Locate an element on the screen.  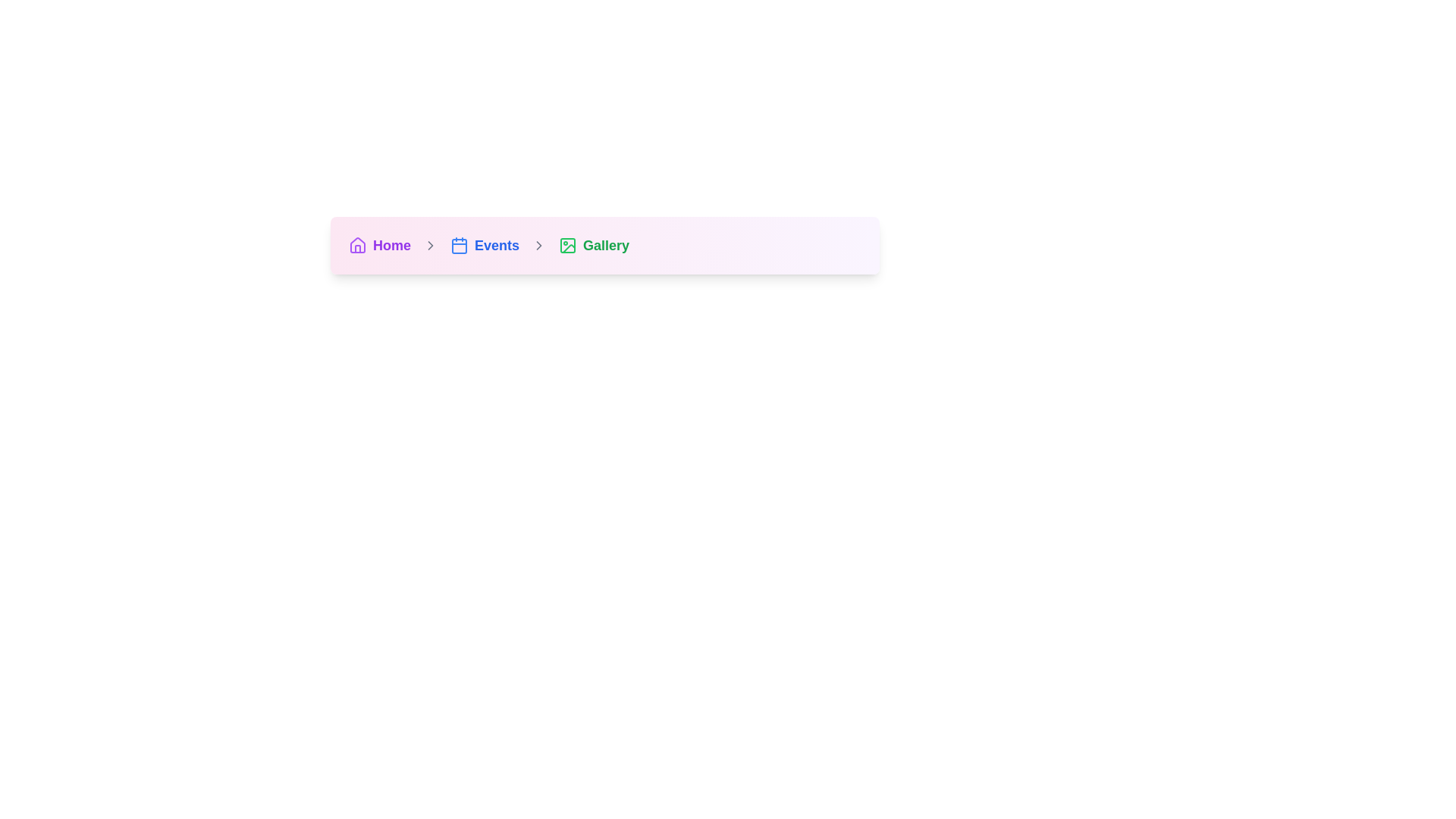
the calendar icon with a blue outline located to the left of the text 'Events' is located at coordinates (458, 245).